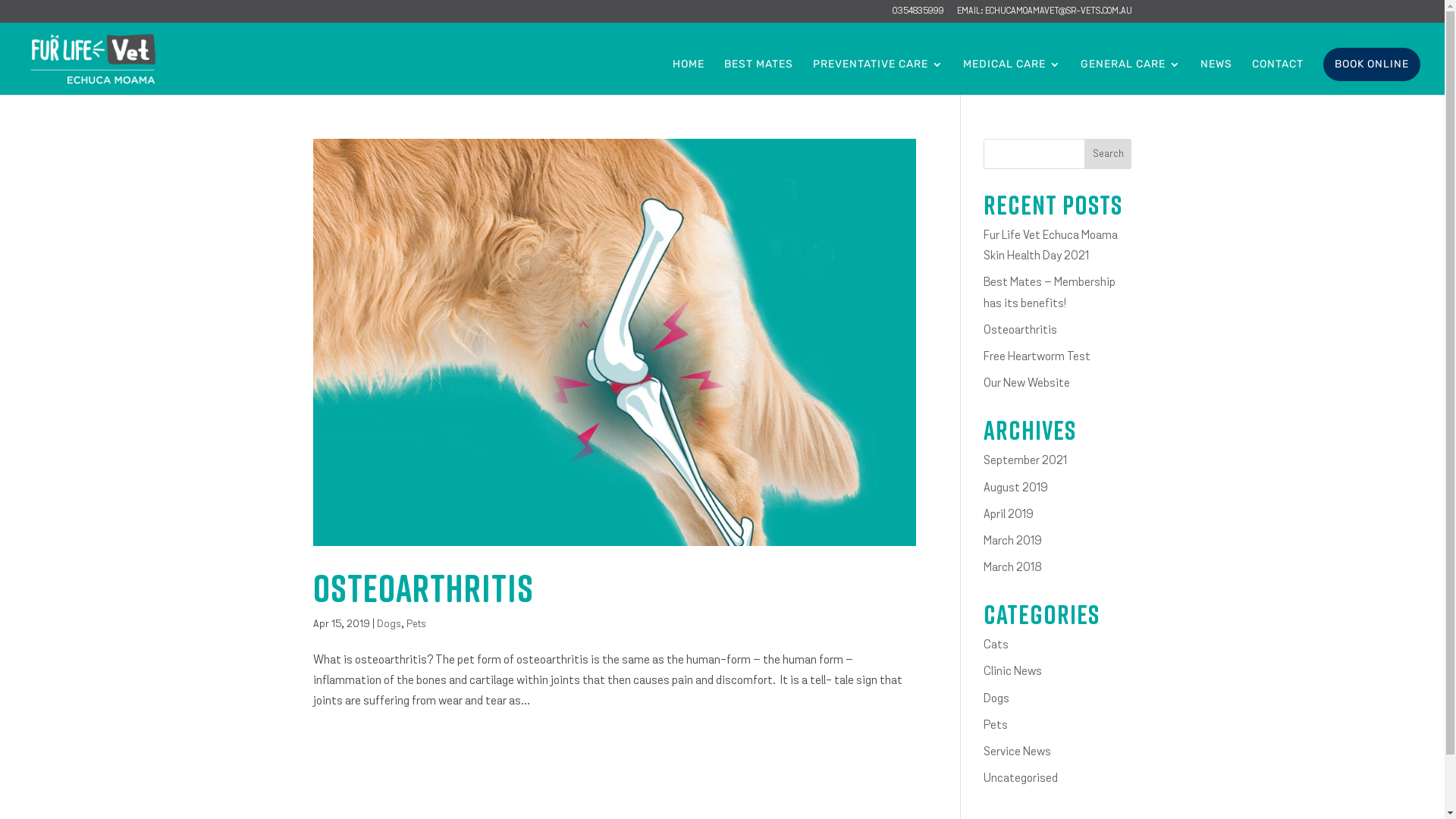  I want to click on 'Our New Website', so click(1026, 382).